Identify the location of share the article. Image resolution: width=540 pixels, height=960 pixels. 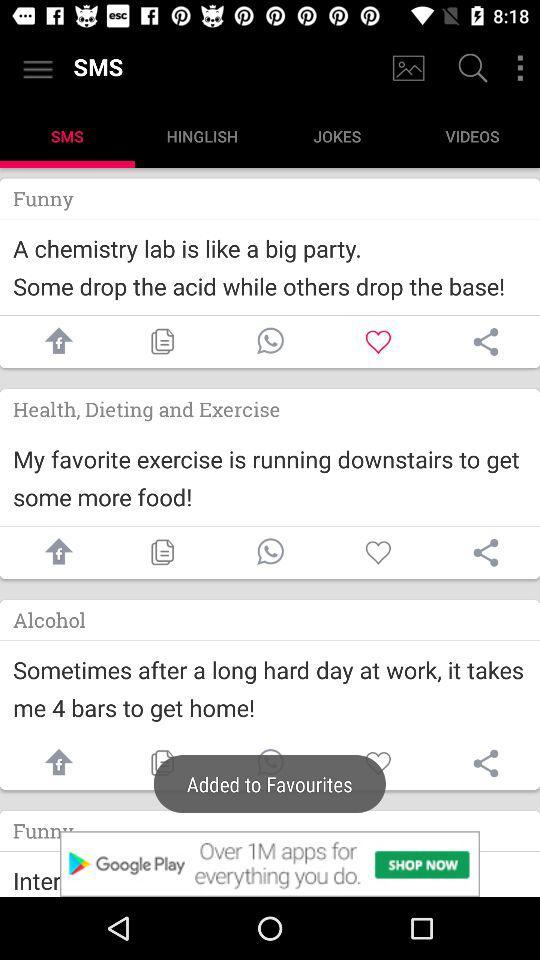
(485, 342).